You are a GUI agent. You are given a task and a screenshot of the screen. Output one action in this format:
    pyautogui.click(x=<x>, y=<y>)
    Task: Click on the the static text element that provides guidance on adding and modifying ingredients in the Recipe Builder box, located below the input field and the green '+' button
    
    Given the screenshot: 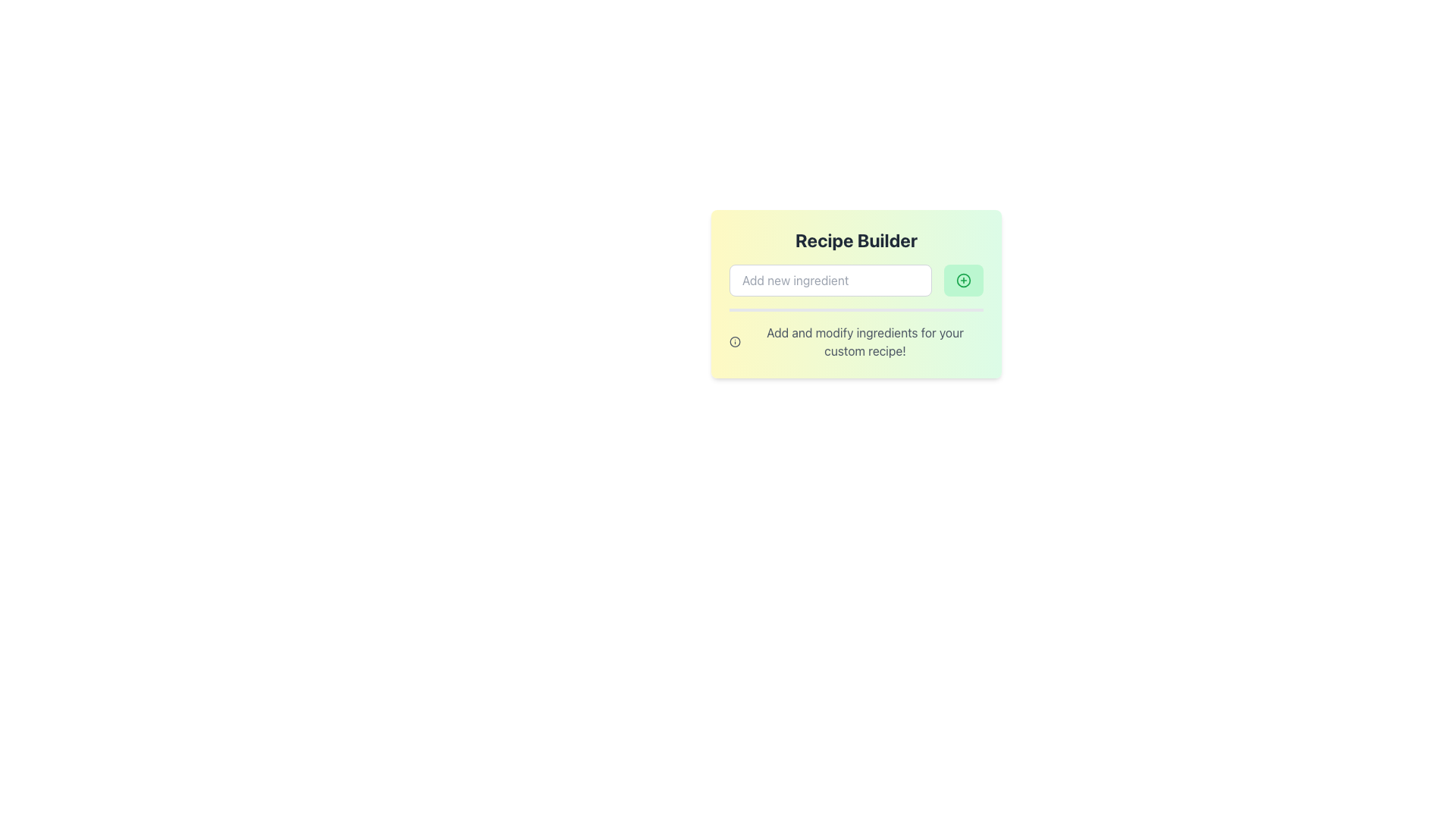 What is the action you would take?
    pyautogui.click(x=865, y=342)
    